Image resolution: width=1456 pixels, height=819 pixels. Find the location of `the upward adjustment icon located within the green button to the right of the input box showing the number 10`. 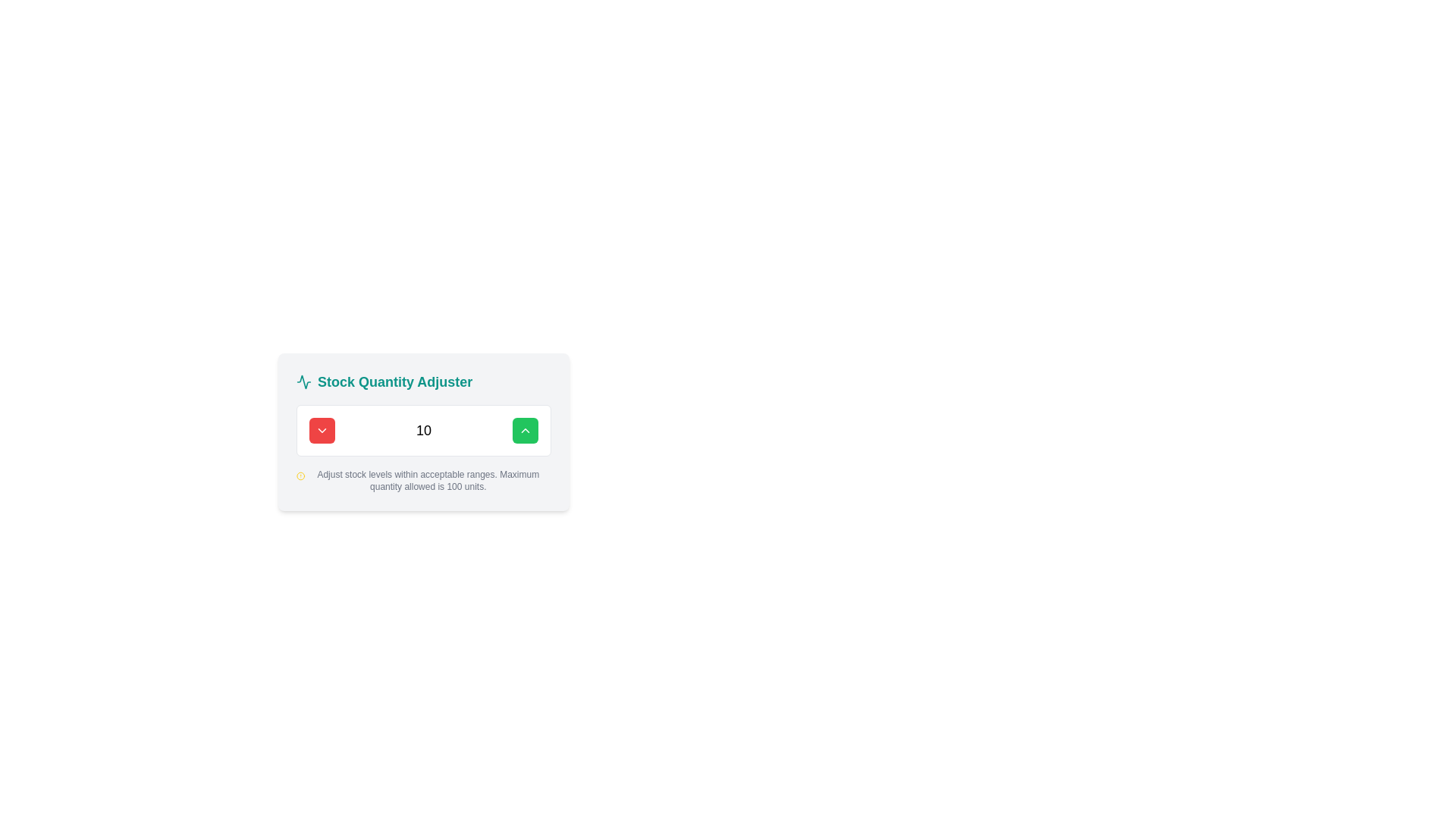

the upward adjustment icon located within the green button to the right of the input box showing the number 10 is located at coordinates (525, 430).